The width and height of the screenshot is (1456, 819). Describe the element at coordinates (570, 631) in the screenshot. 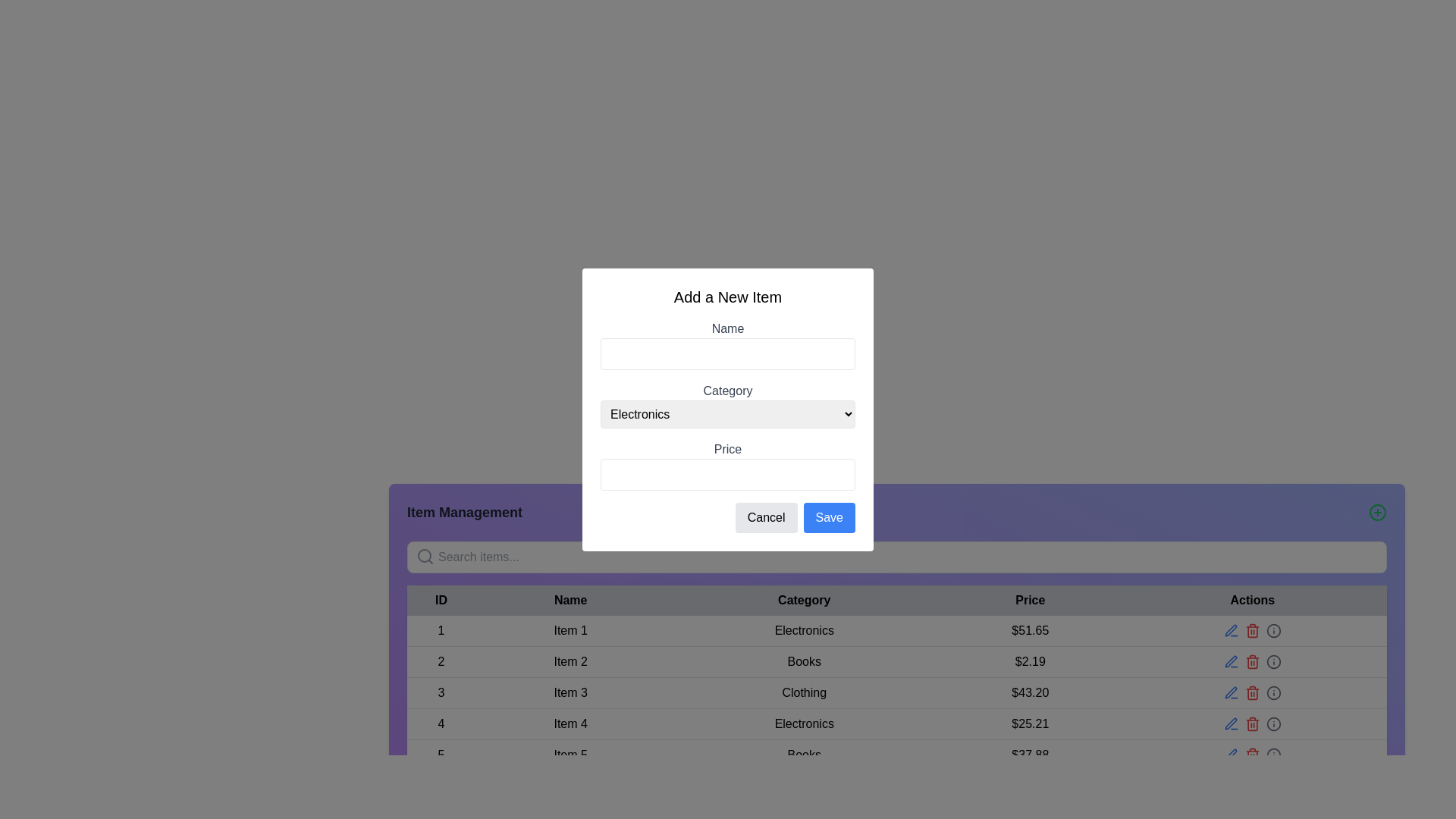

I see `the text label that contains the word 'Item 1', located in the table under the 'Name' column of row ID '1'` at that location.